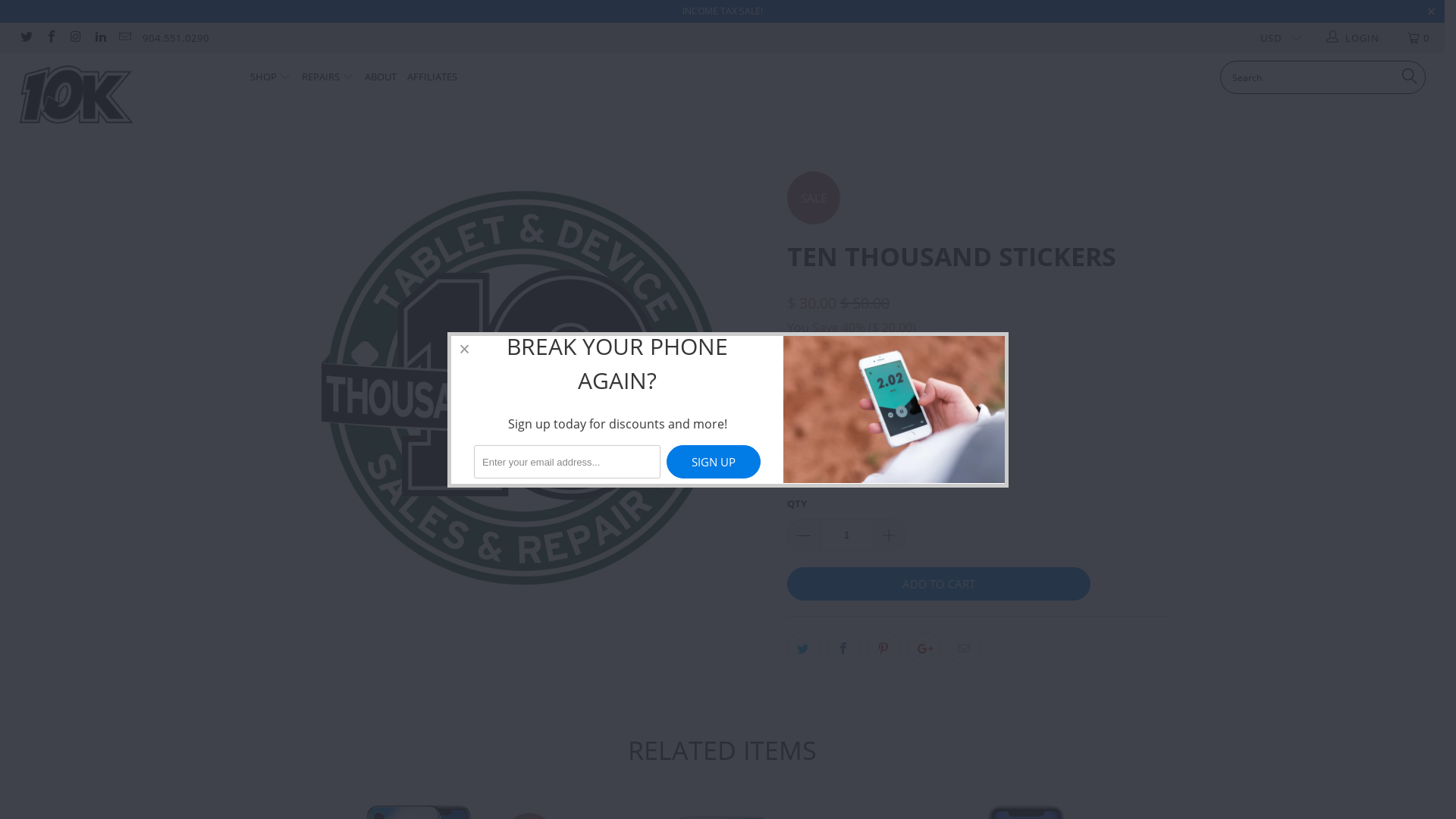  Describe the element at coordinates (364, 77) in the screenshot. I see `'ABOUT'` at that location.